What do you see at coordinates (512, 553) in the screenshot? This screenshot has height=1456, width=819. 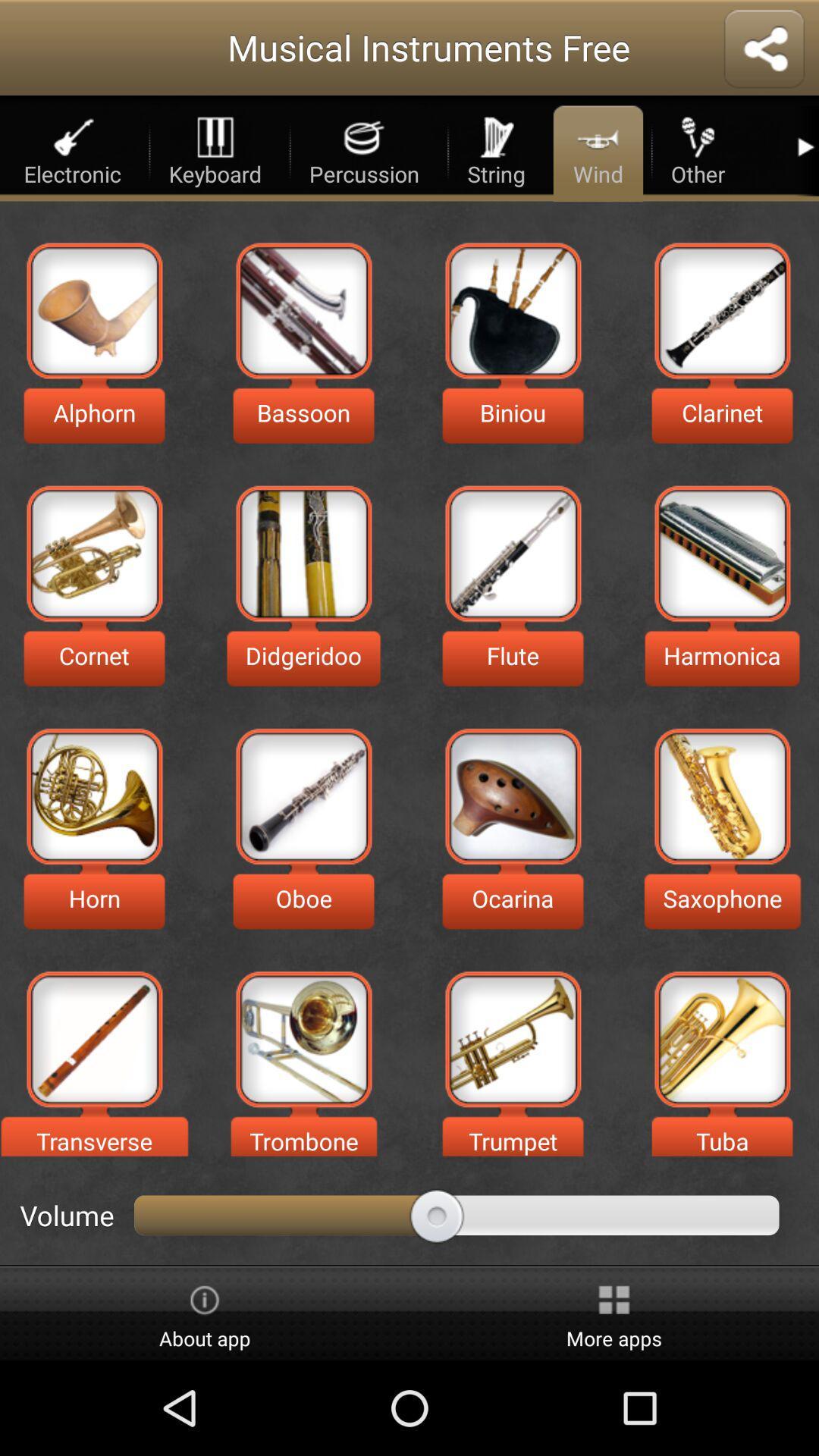 I see `click flute` at bounding box center [512, 553].